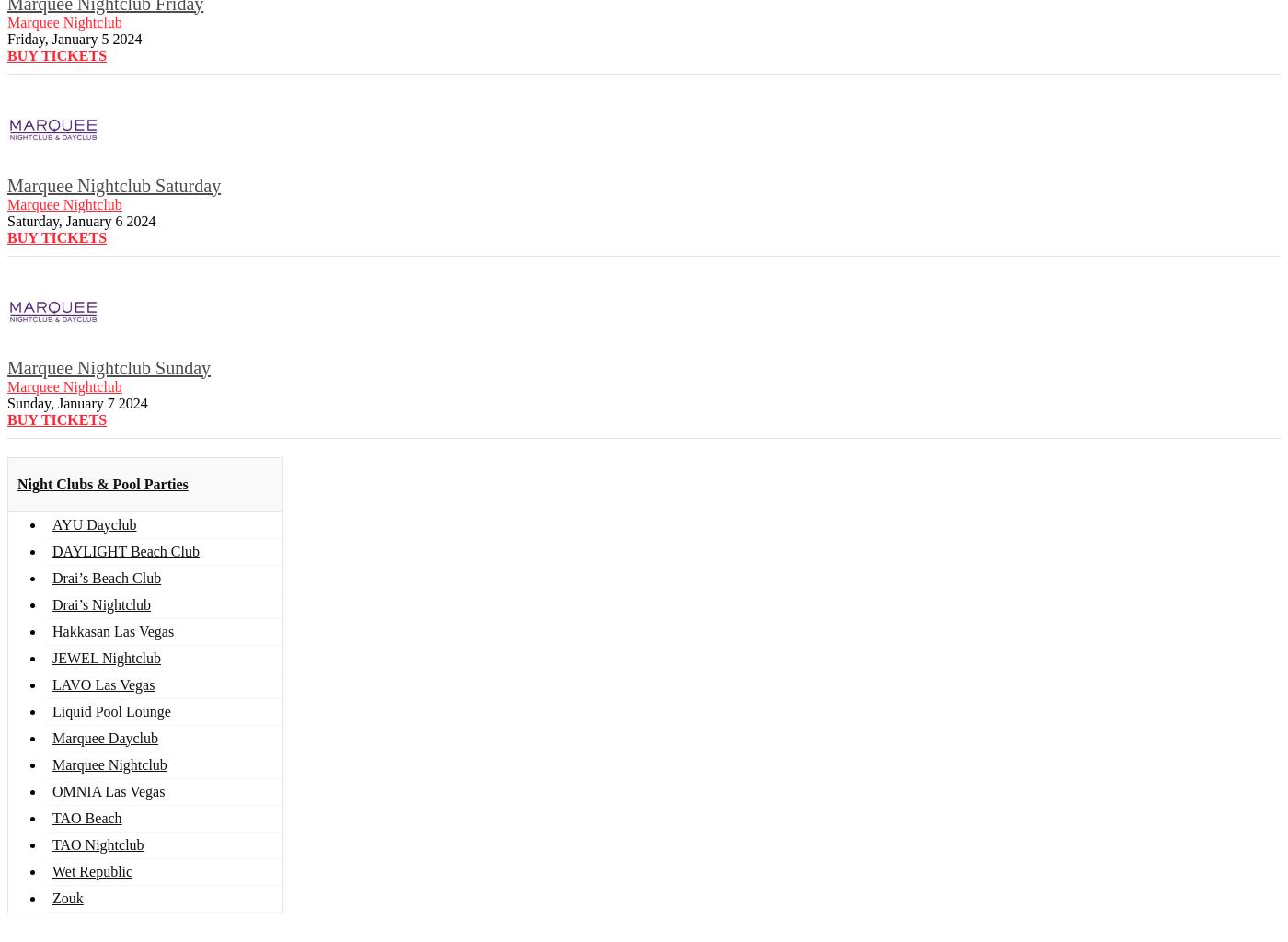 This screenshot has width=1288, height=942. I want to click on 'Hakkasan Las Vegas', so click(52, 630).